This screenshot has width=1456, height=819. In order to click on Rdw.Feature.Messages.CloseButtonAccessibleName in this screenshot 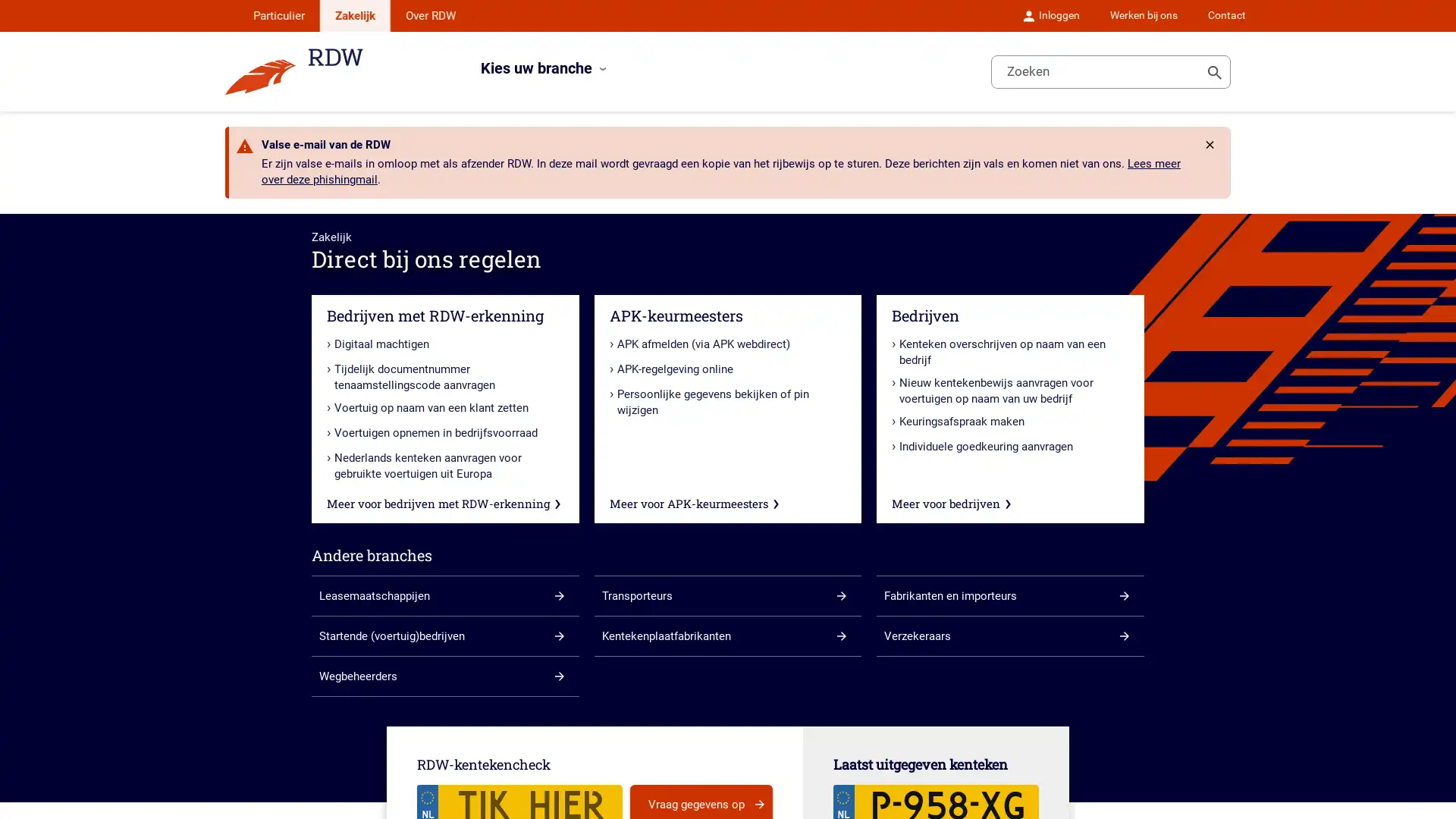, I will do `click(1209, 145)`.